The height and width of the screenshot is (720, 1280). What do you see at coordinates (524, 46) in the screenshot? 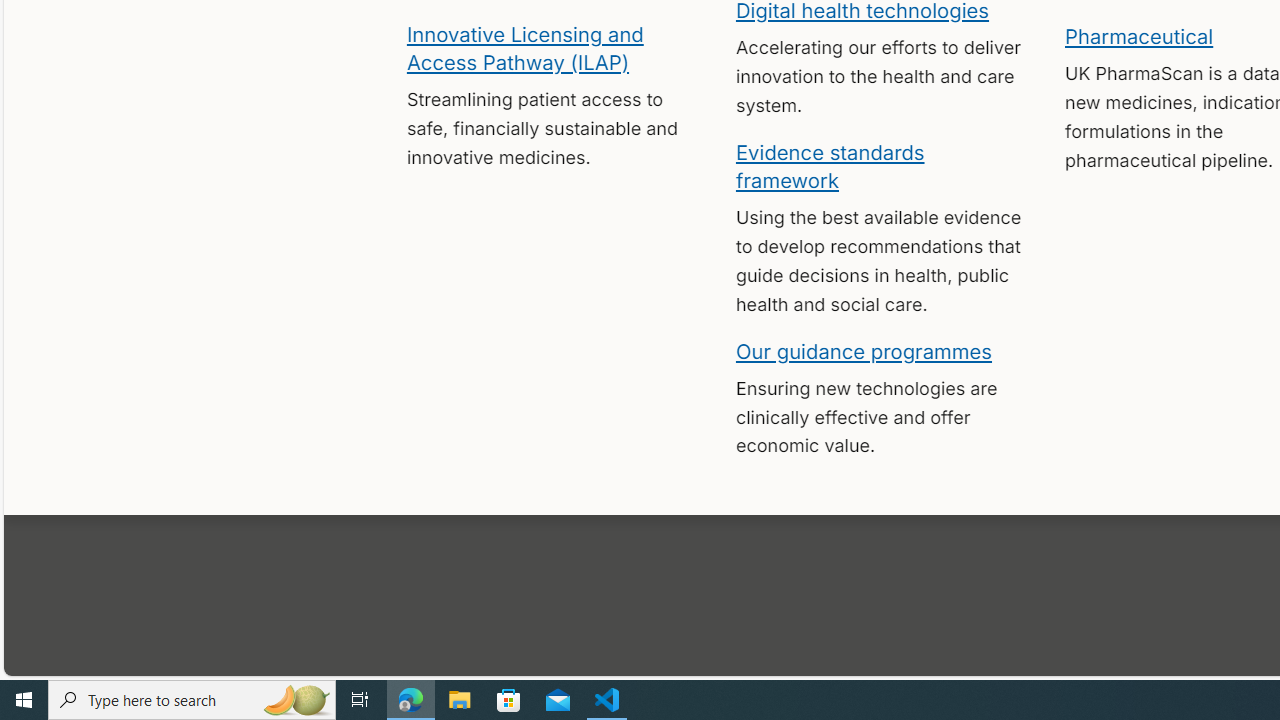
I see `'Innovative Licensing and Access Pathway (ILAP)'` at bounding box center [524, 46].